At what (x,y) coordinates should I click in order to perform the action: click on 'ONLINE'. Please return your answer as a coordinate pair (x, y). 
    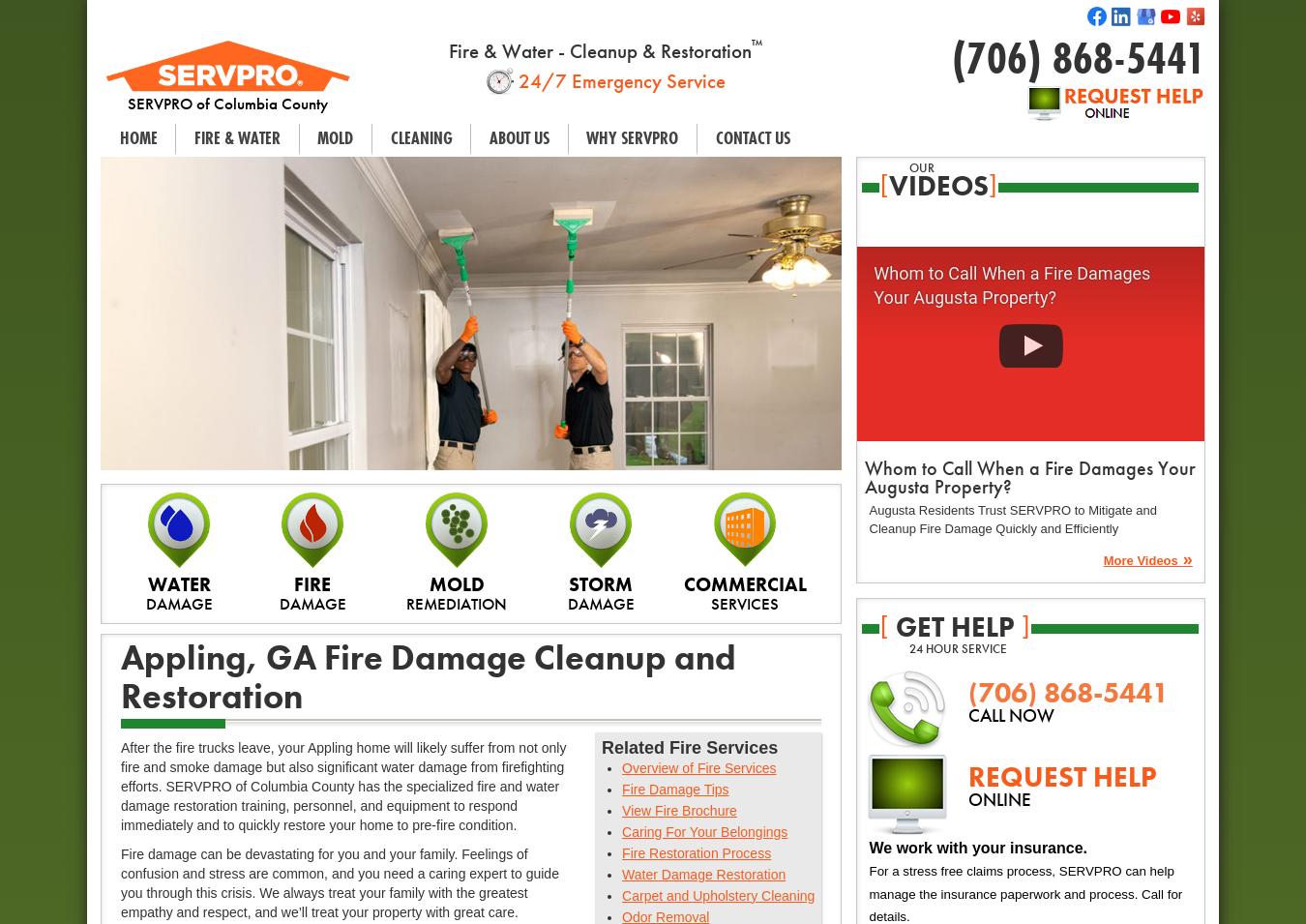
    Looking at the image, I should click on (998, 798).